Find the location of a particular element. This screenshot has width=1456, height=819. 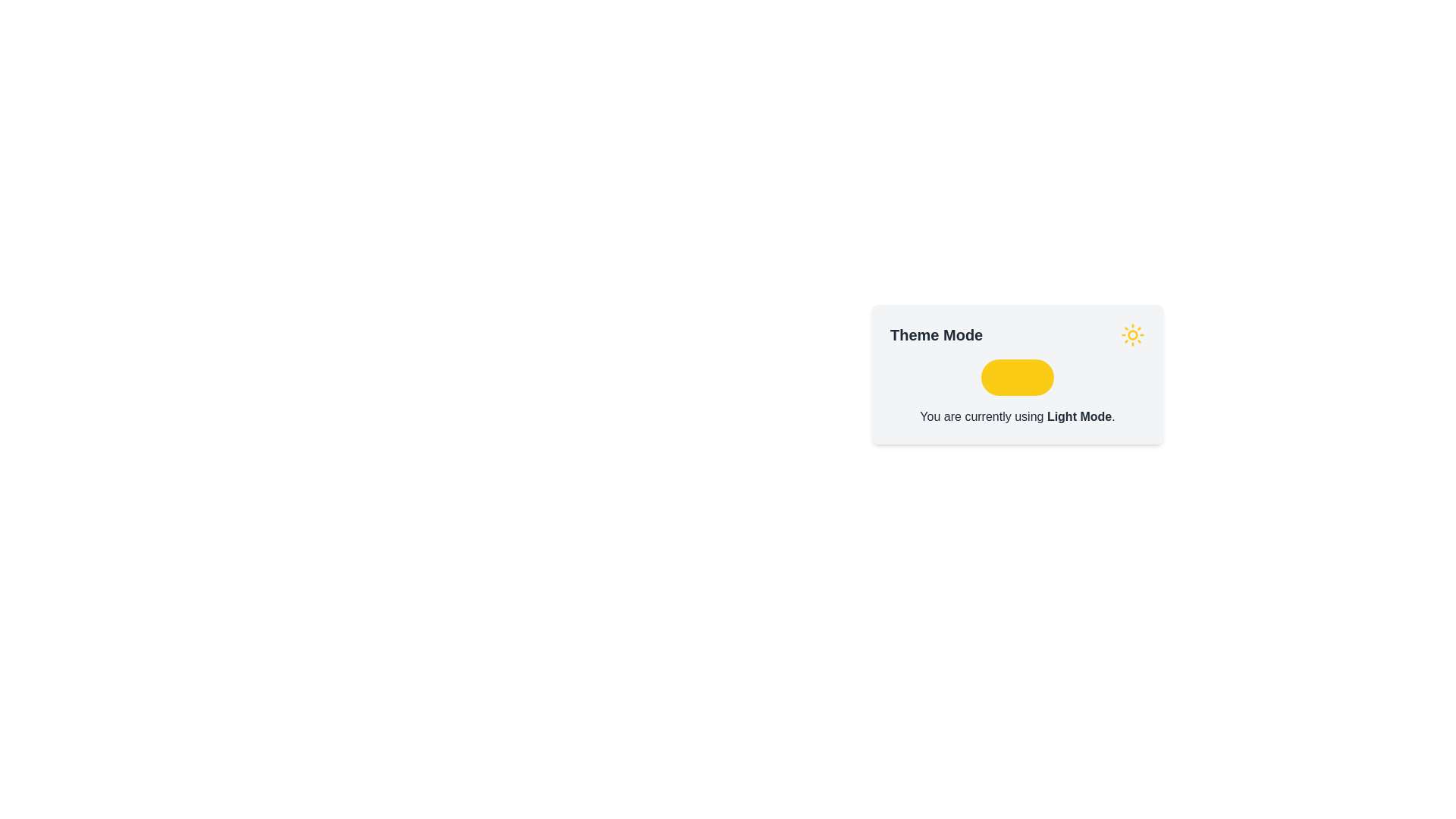

text displayed in the Text Display element indicating the current theme mode (Light Mode) located beneath the theme mode toggle switch is located at coordinates (1018, 417).